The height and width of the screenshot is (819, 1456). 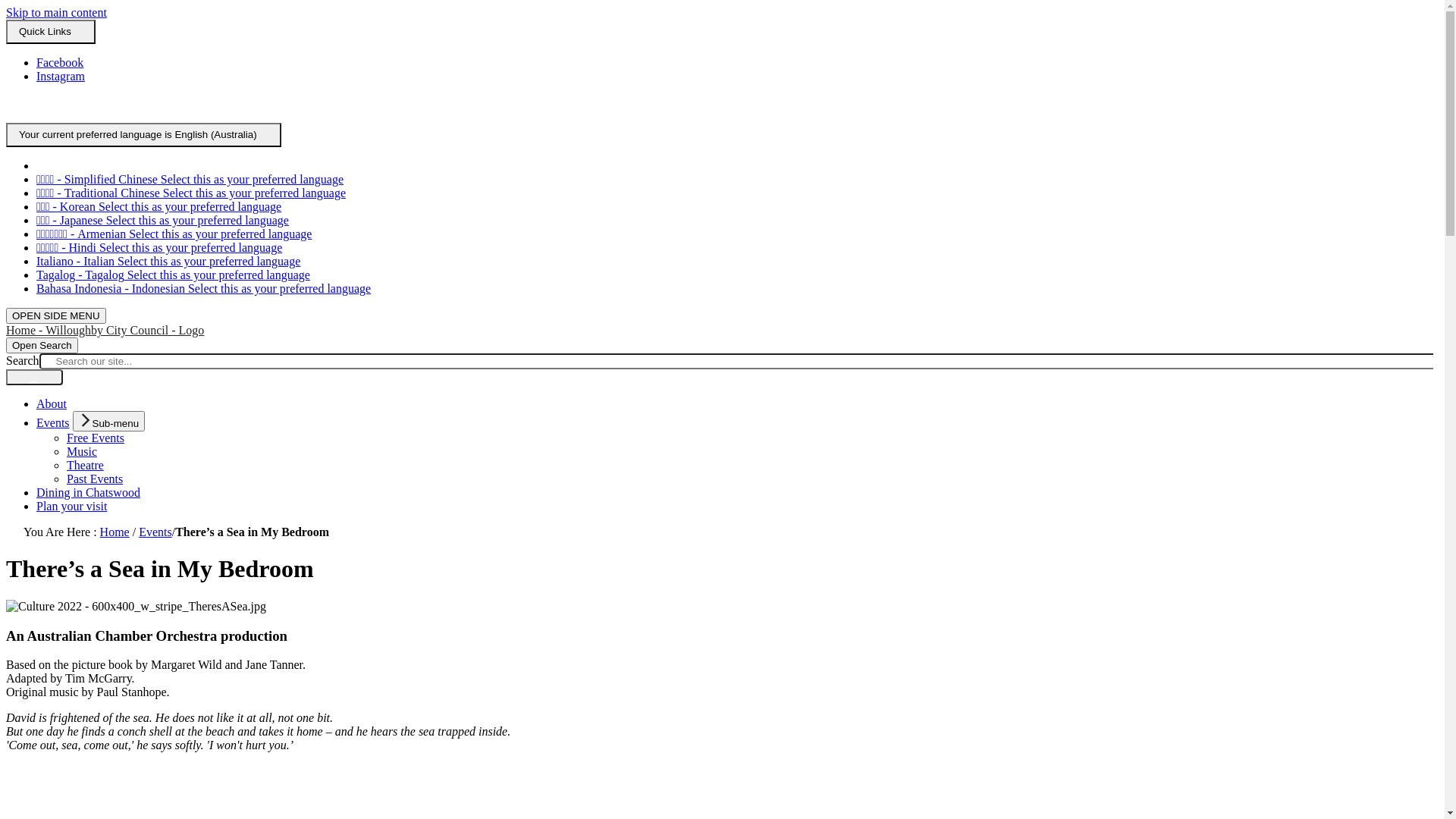 I want to click on 'Culture 2022 - 600x400_w_stripe_TheresASea.jpg', so click(x=136, y=605).